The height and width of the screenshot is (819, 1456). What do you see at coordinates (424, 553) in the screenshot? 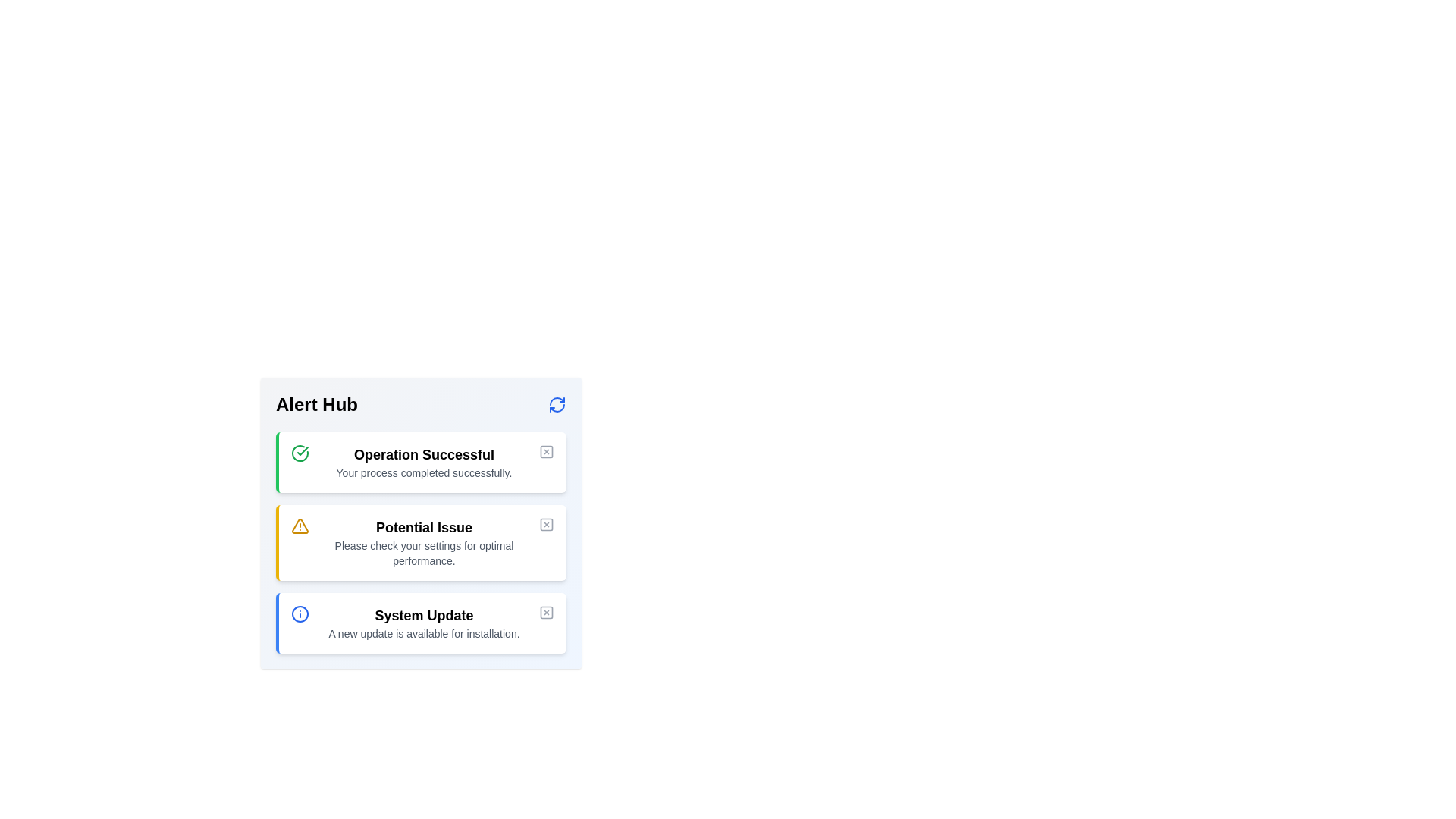
I see `the static text stating 'Please check your settings for optimal performance.' which is gray and centered in the notification card labeled 'Potential Issue.'` at bounding box center [424, 553].